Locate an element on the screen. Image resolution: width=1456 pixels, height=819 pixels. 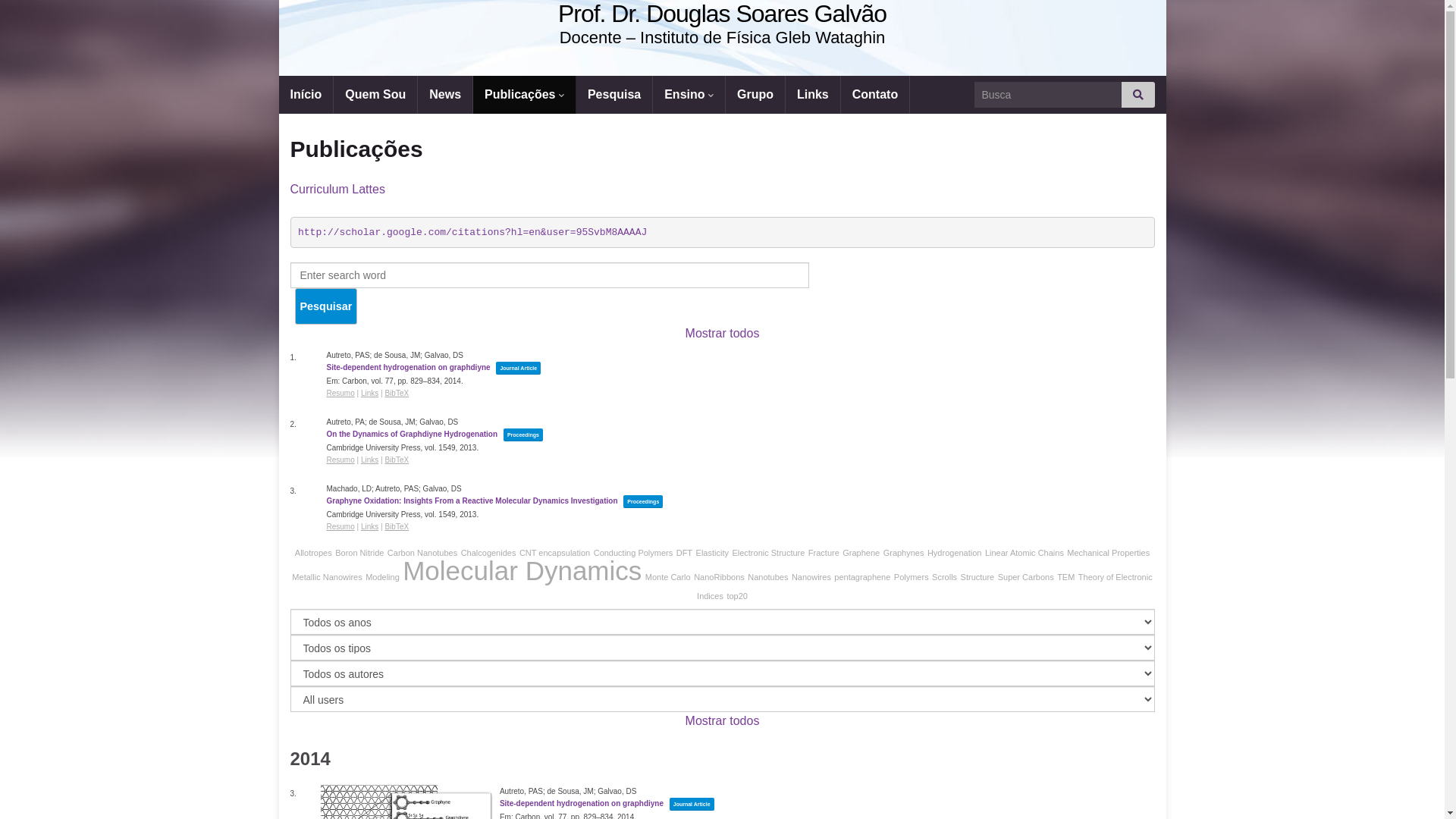
'Scrolls' is located at coordinates (943, 576).